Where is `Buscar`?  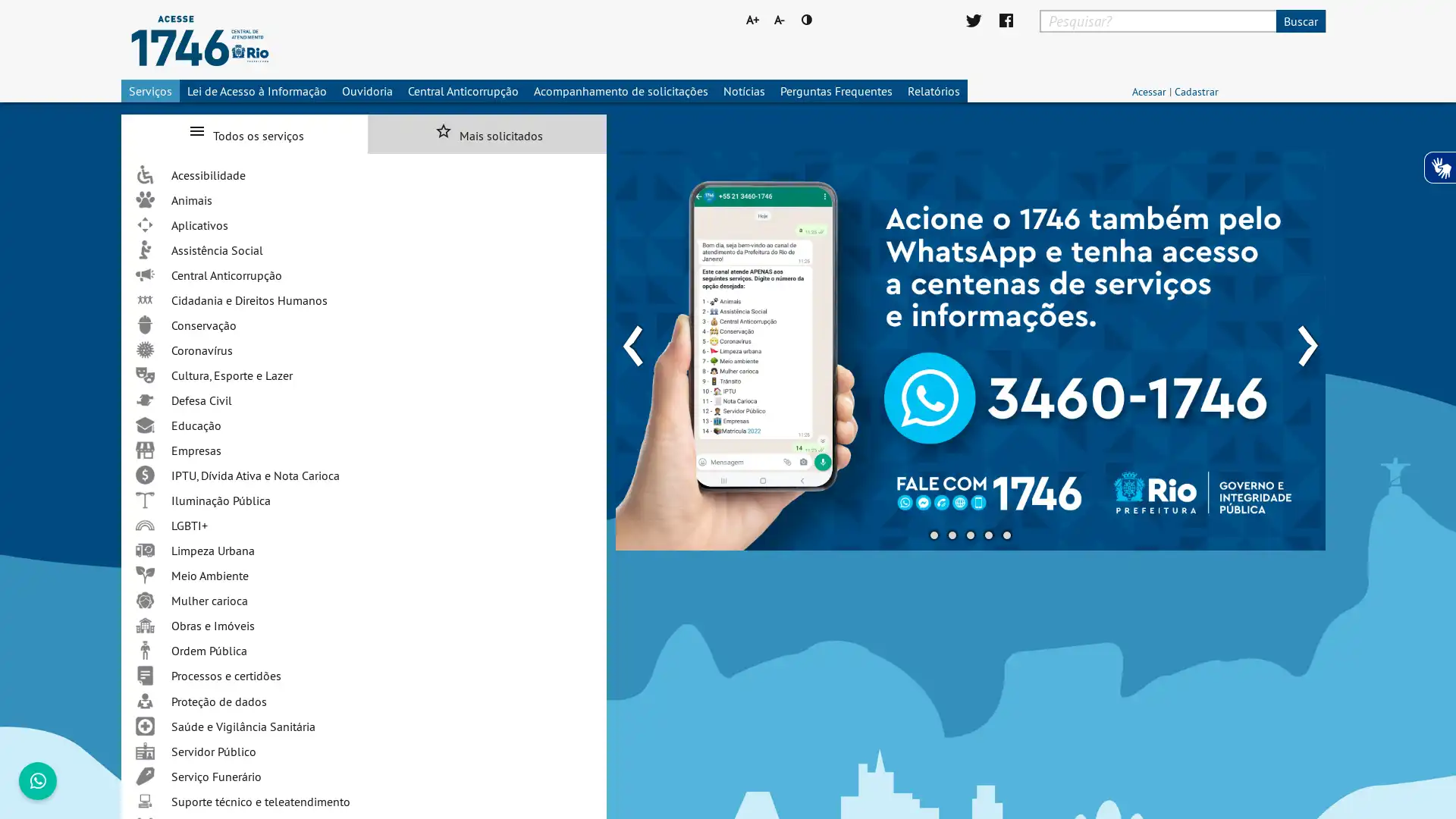
Buscar is located at coordinates (1299, 20).